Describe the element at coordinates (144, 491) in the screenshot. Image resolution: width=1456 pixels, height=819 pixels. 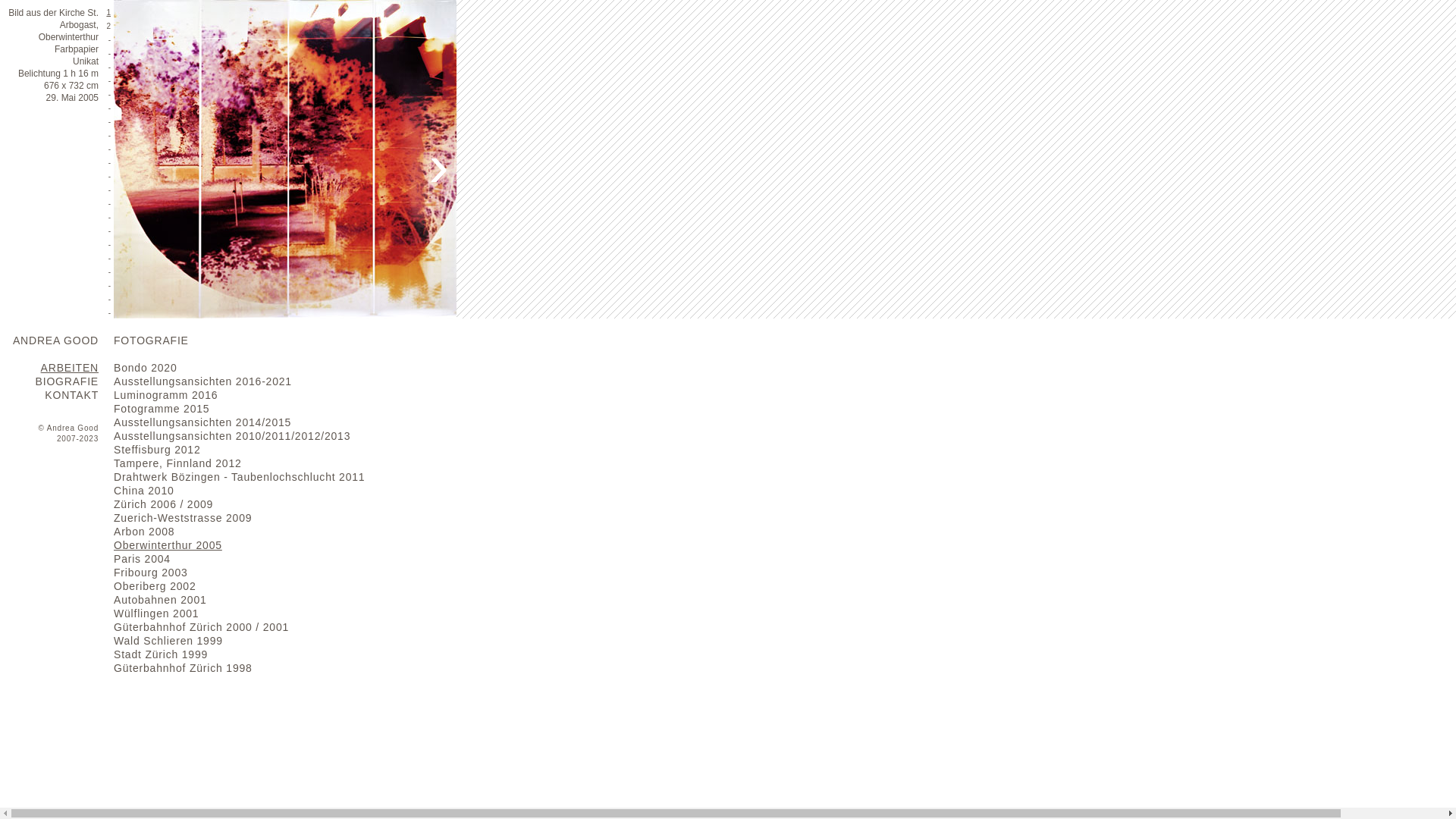
I see `'China 2010'` at that location.